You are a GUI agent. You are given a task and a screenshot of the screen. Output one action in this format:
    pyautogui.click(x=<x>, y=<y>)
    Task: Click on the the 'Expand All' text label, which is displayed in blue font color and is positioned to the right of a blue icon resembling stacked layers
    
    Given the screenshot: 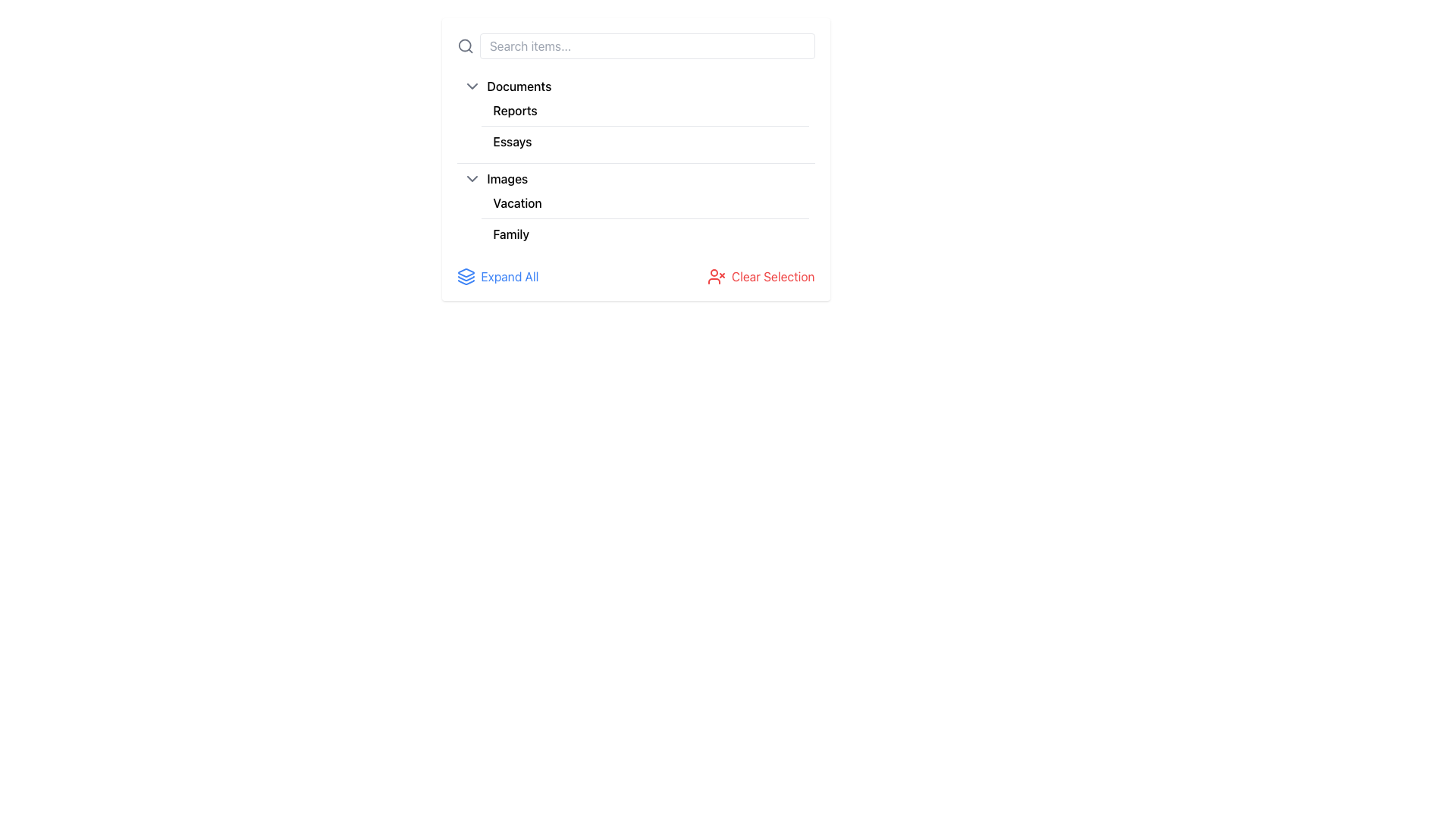 What is the action you would take?
    pyautogui.click(x=510, y=277)
    